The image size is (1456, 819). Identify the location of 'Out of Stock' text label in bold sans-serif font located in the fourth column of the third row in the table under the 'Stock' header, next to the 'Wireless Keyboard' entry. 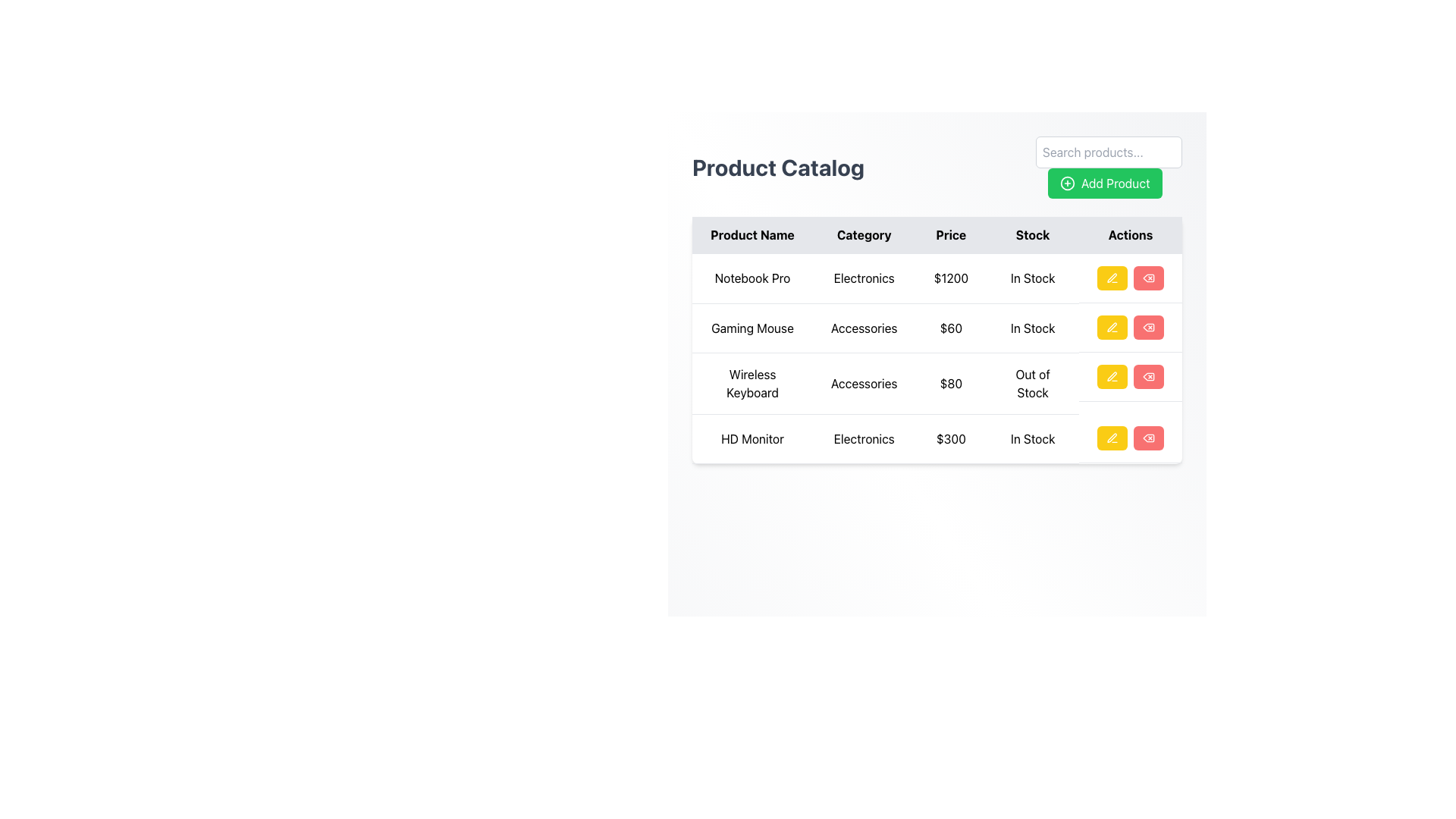
(1032, 382).